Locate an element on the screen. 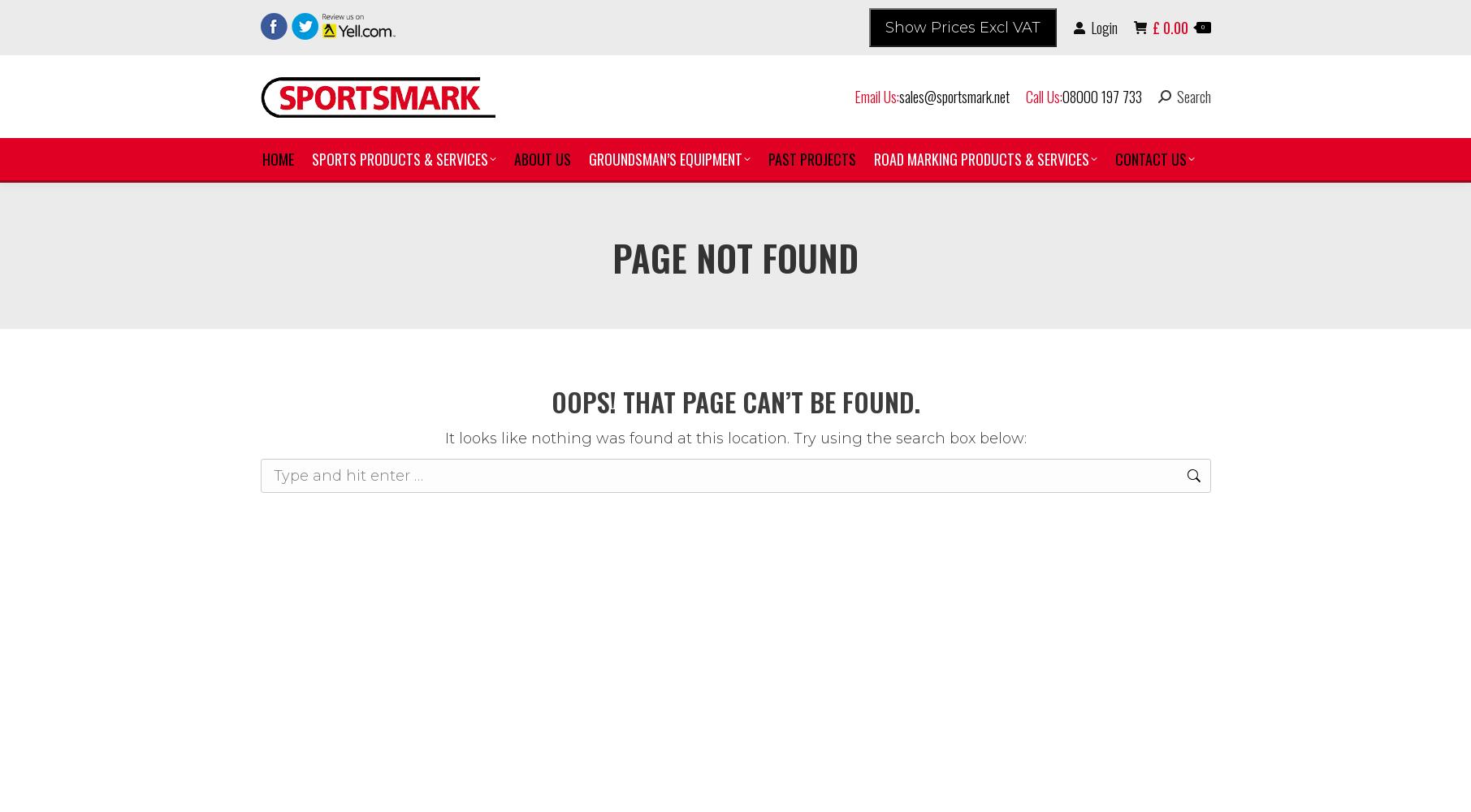  'Volleyball' is located at coordinates (361, 775).